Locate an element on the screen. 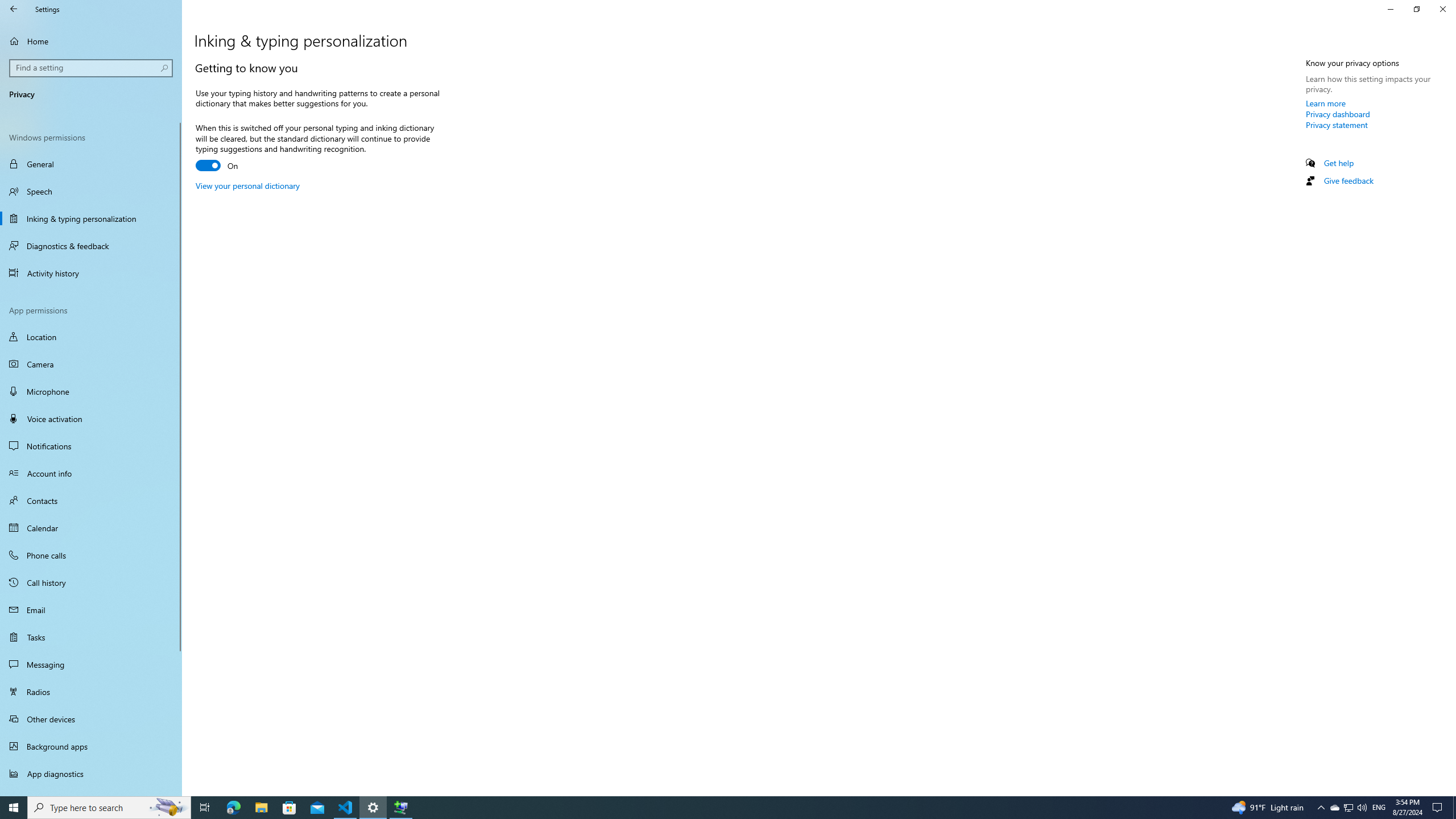  'Give feedback' is located at coordinates (1347, 180).